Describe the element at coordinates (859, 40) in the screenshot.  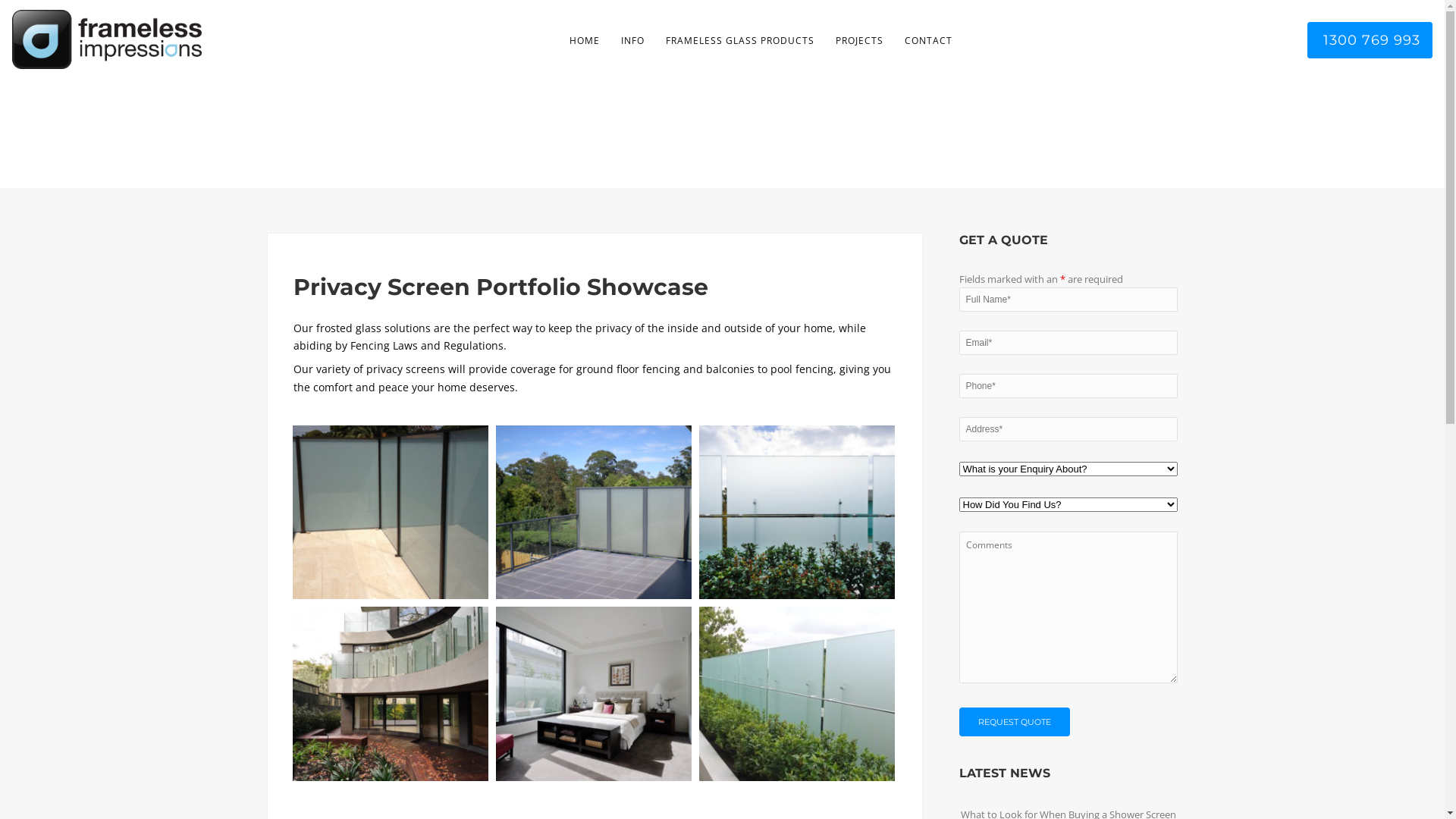
I see `'PROJECTS'` at that location.